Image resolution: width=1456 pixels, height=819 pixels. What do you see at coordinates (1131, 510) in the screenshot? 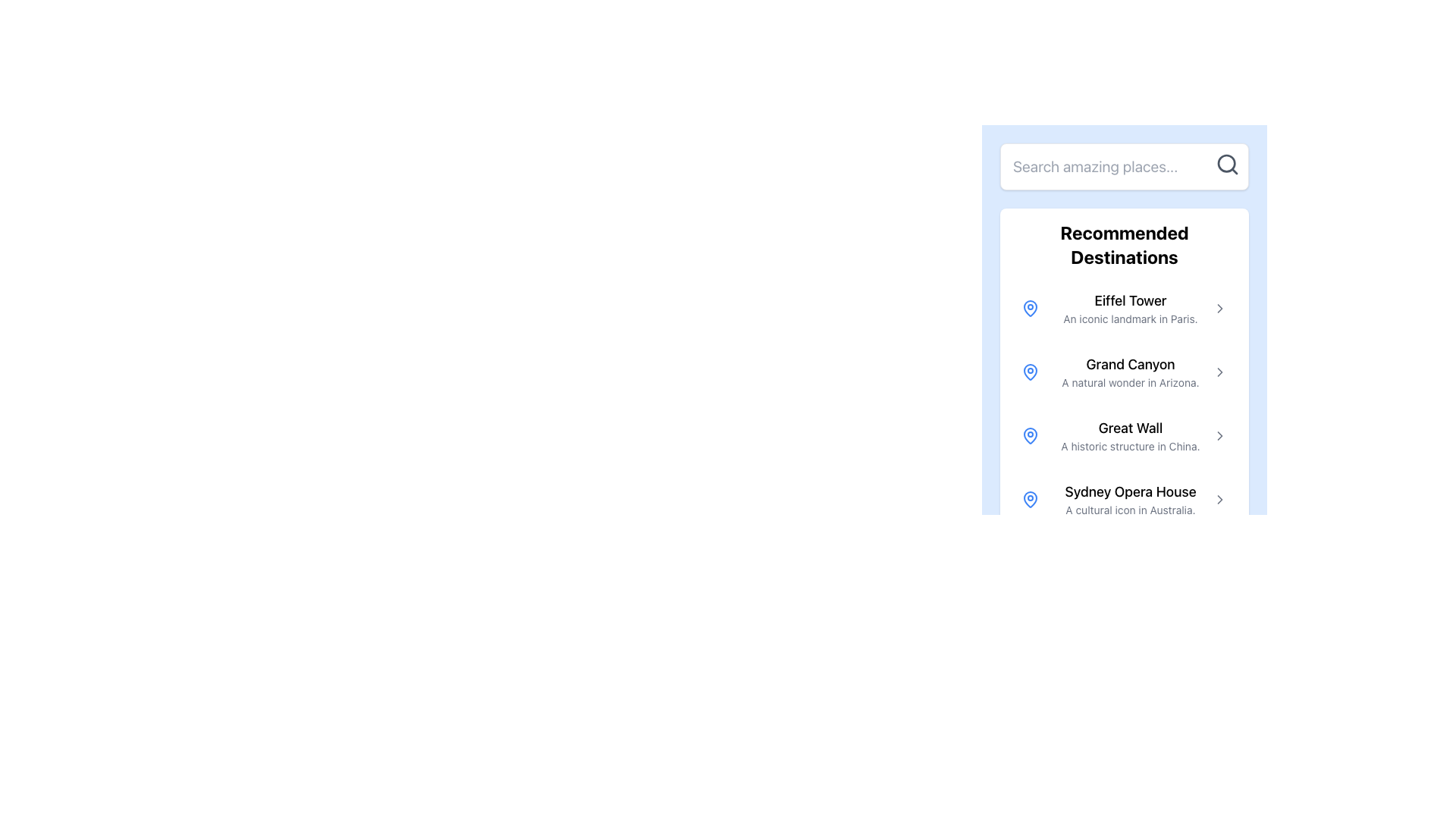
I see `the text label that reads 'A cultural icon in Australia.' located below the title 'Sydney Opera House' in the 'Recommended Destinations' list` at bounding box center [1131, 510].